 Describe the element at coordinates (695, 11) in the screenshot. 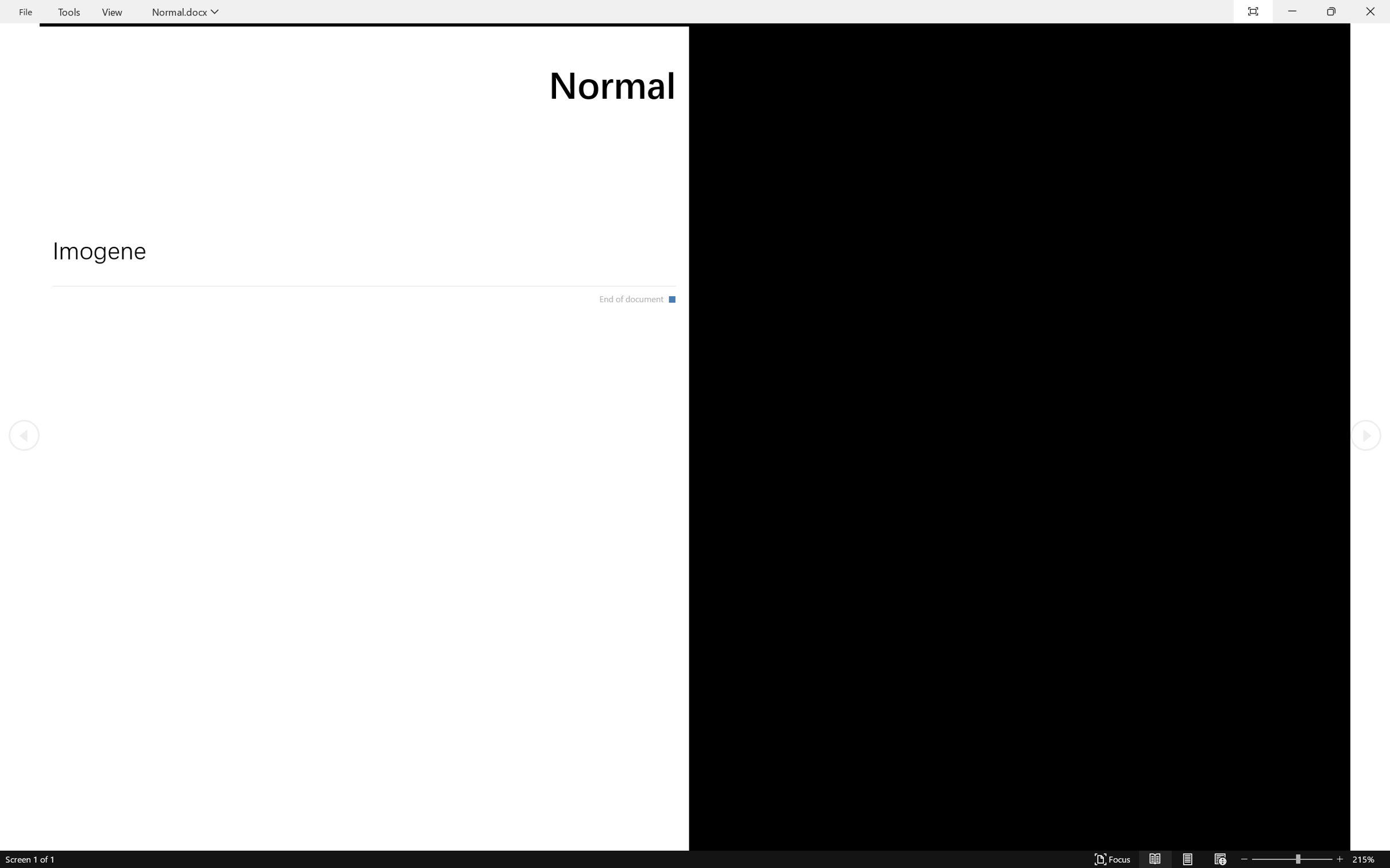

I see `'Class: Net UI Tool Window Layered'` at that location.